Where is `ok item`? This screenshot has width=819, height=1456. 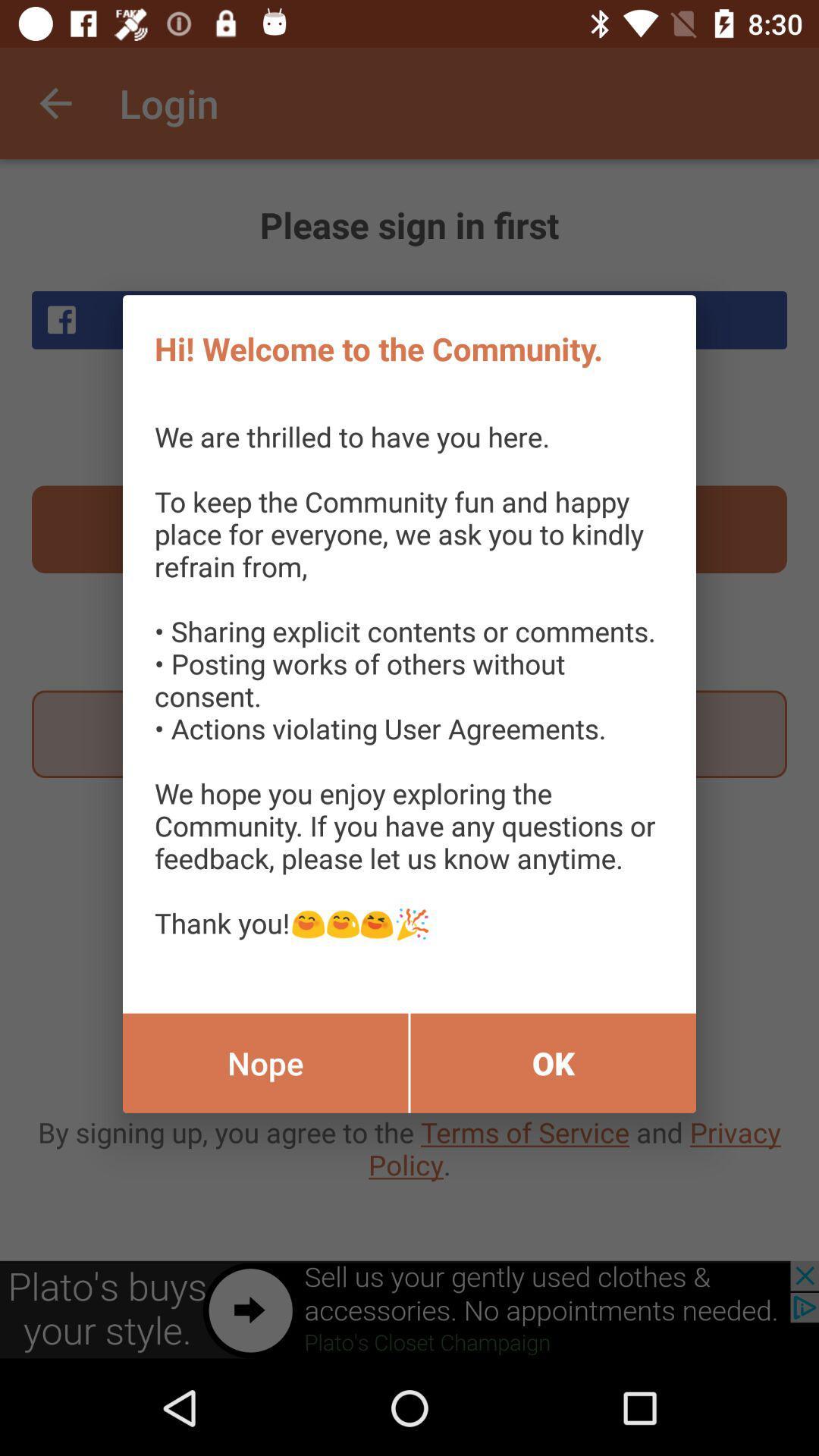 ok item is located at coordinates (553, 1062).